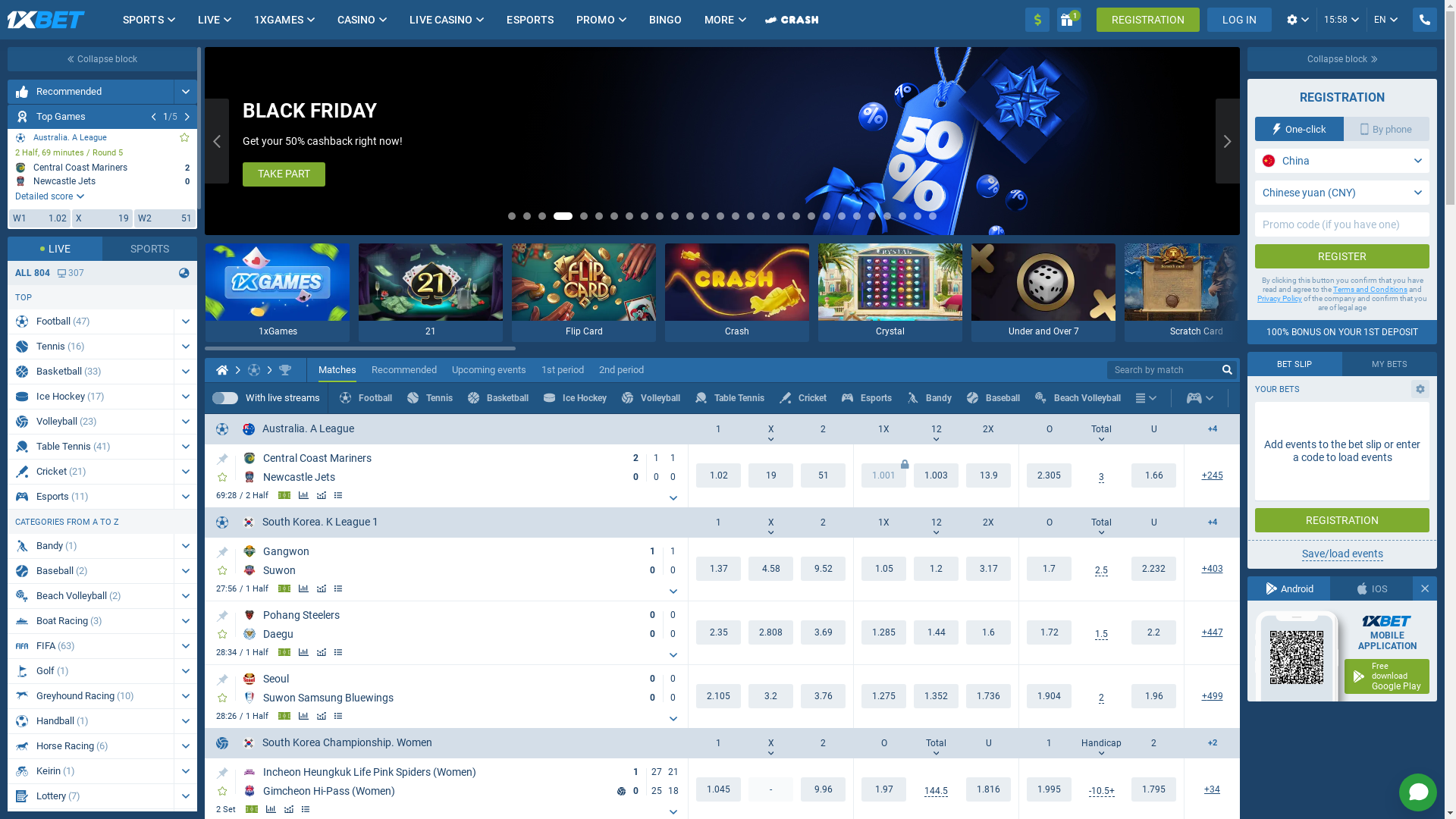 This screenshot has width=1456, height=819. I want to click on 'Crystal', so click(890, 292).